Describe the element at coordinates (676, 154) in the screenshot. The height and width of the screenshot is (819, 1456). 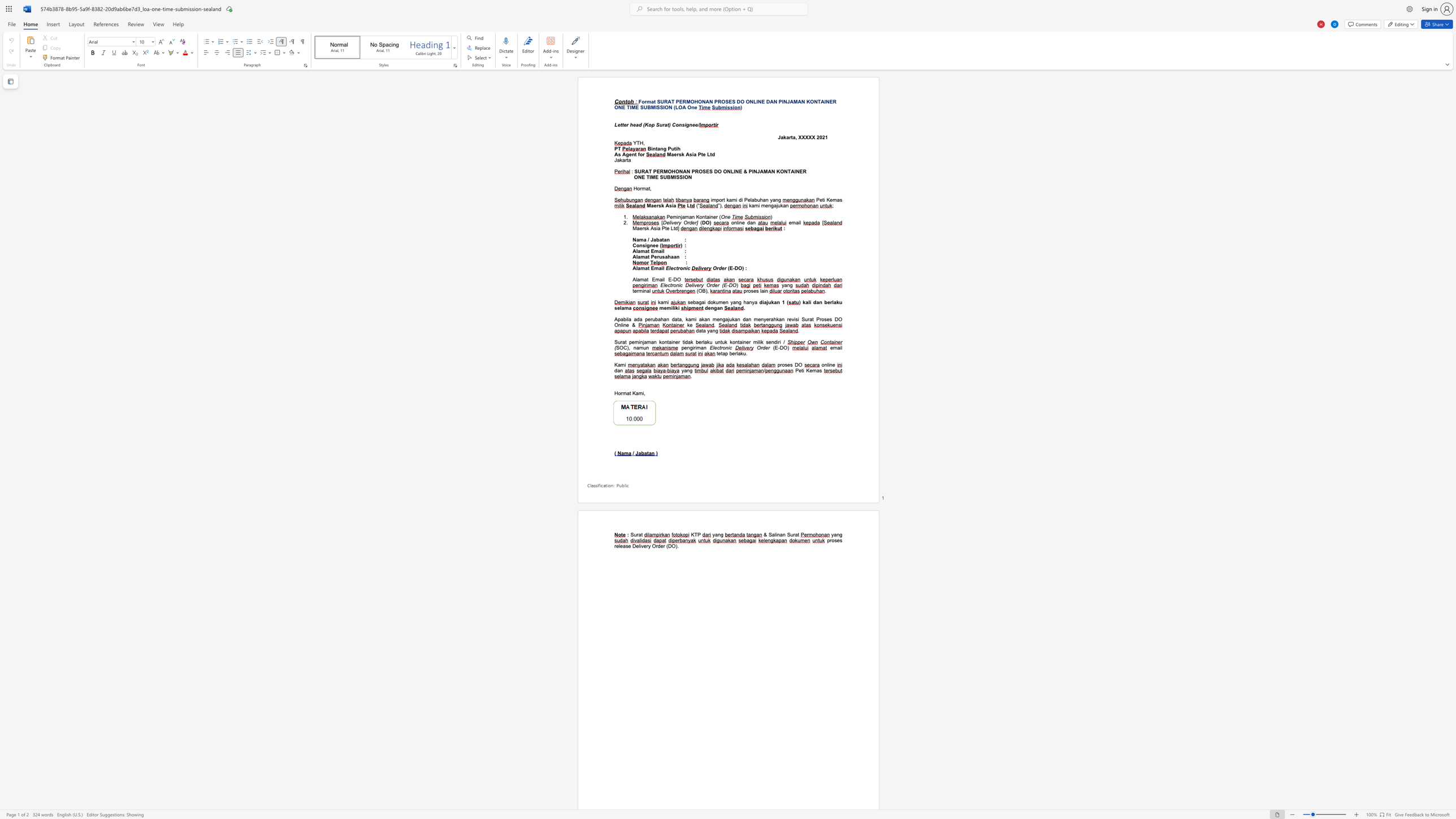
I see `the space between the continuous character "e" and "r" in the text` at that location.